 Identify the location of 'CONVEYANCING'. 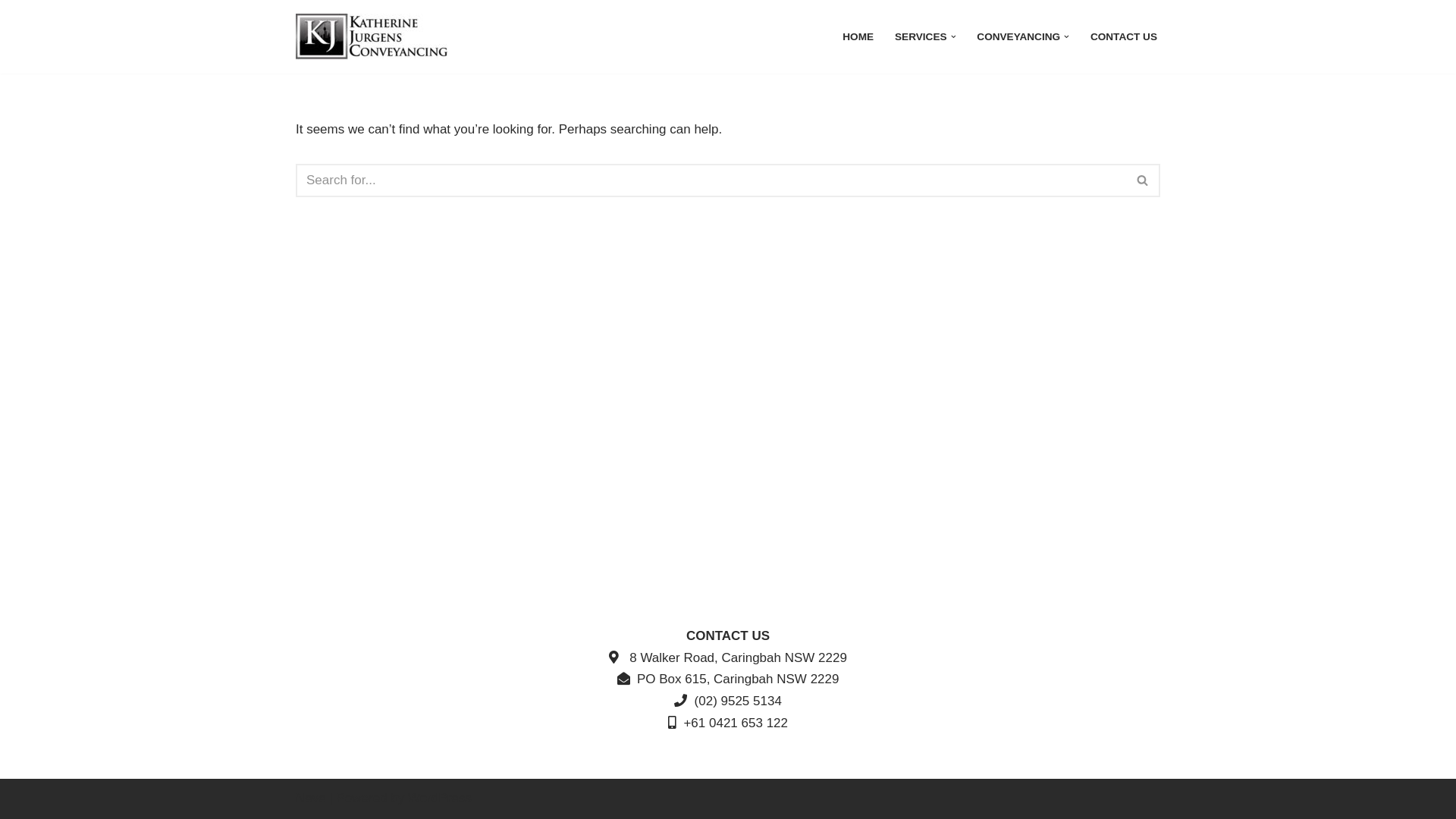
(1018, 36).